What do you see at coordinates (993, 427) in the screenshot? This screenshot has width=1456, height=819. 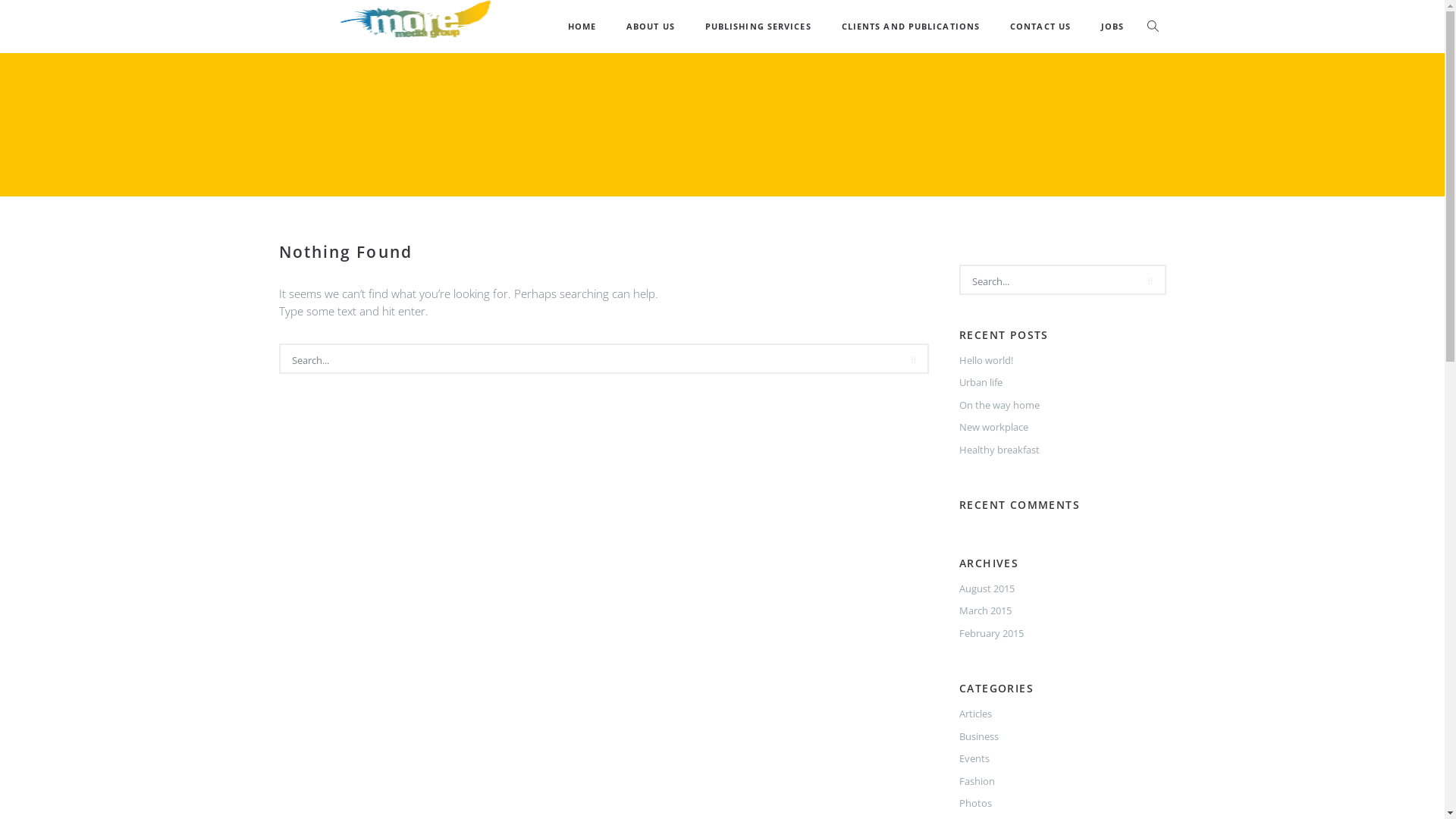 I see `'New workplace'` at bounding box center [993, 427].